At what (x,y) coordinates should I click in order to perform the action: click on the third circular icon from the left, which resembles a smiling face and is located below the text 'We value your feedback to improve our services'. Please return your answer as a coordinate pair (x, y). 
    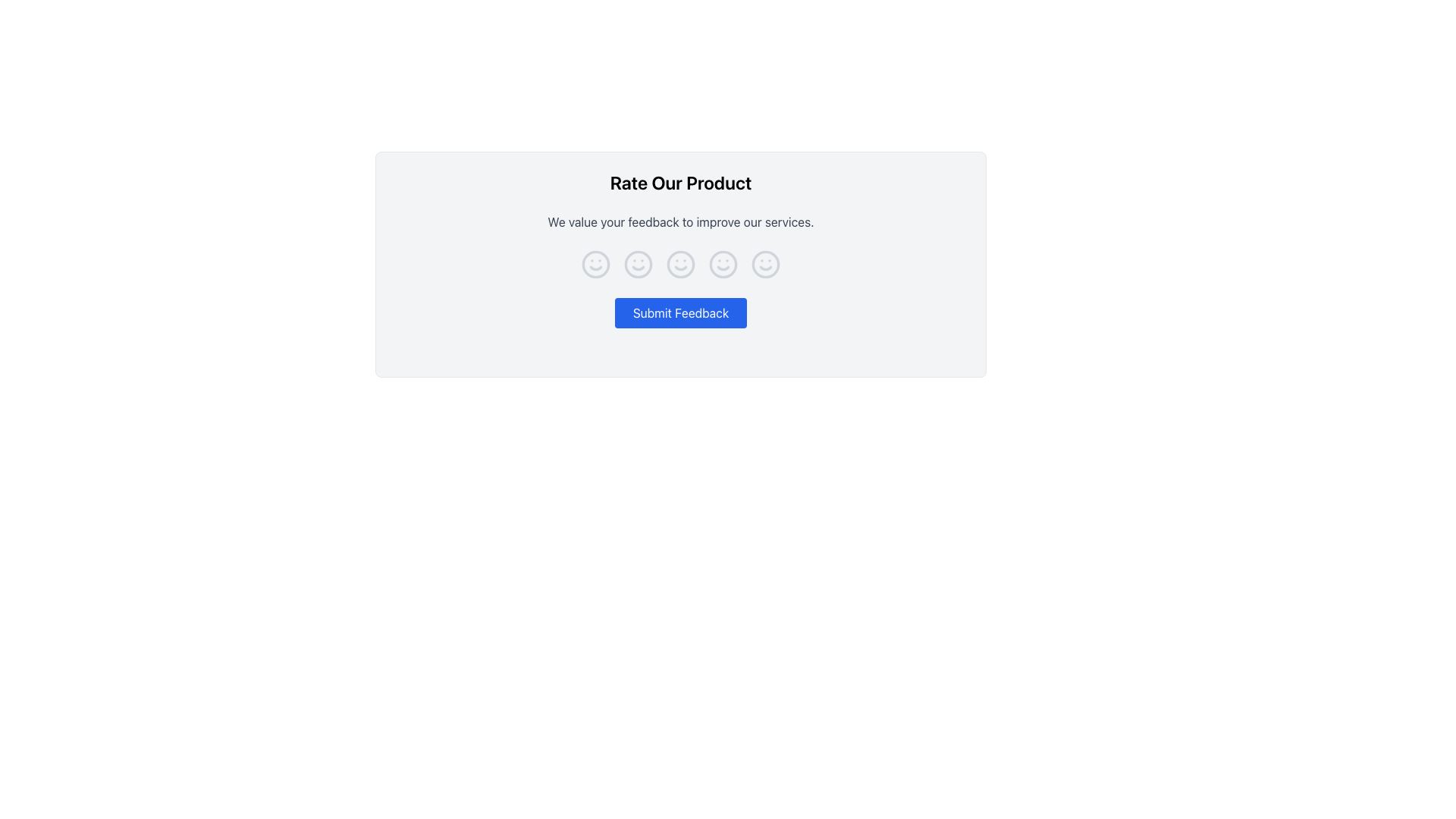
    Looking at the image, I should click on (679, 263).